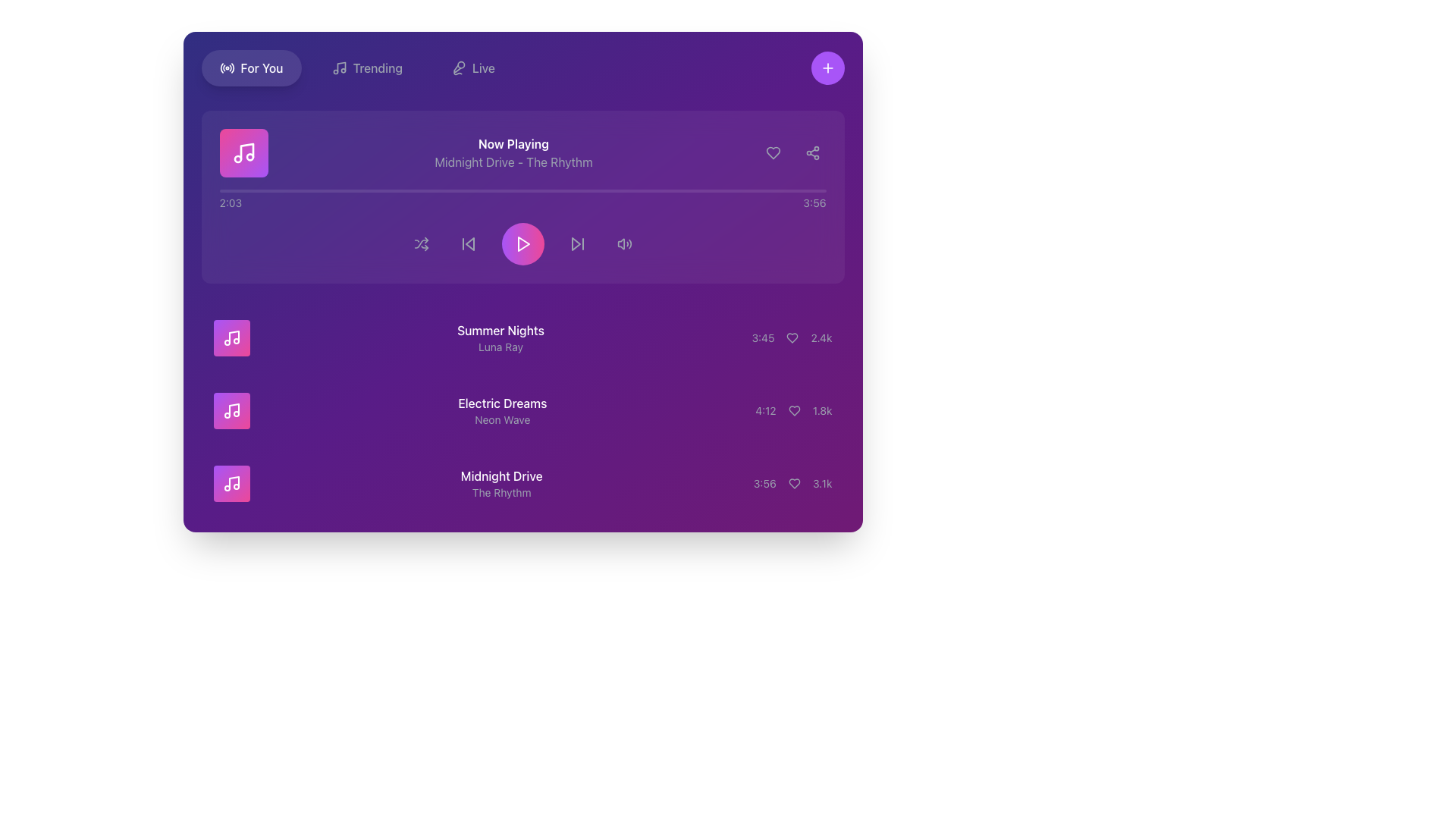 The image size is (1456, 819). Describe the element at coordinates (302, 190) in the screenshot. I see `playback position` at that location.